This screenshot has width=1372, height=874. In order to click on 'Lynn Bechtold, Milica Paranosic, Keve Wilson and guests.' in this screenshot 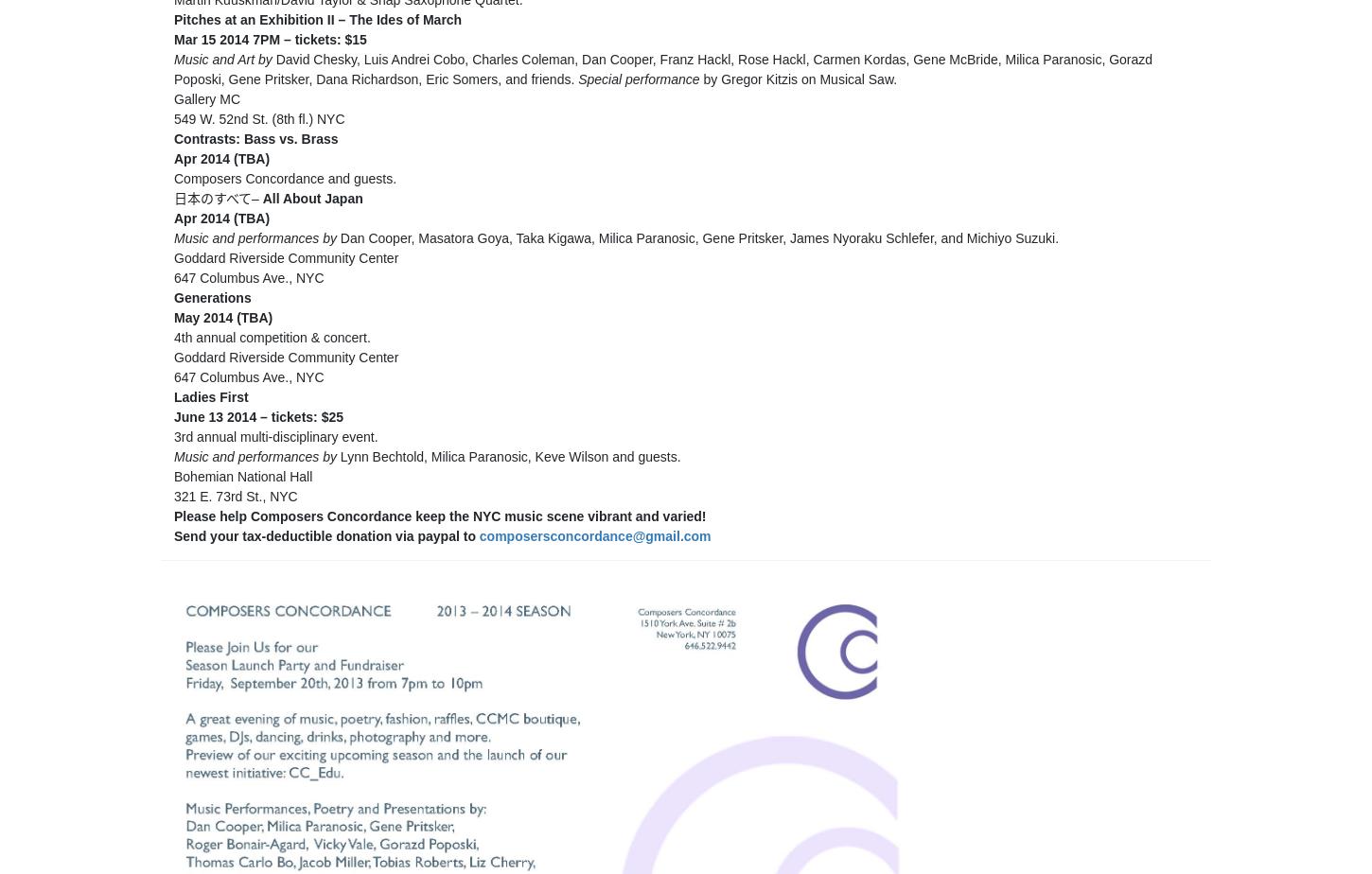, I will do `click(509, 456)`.